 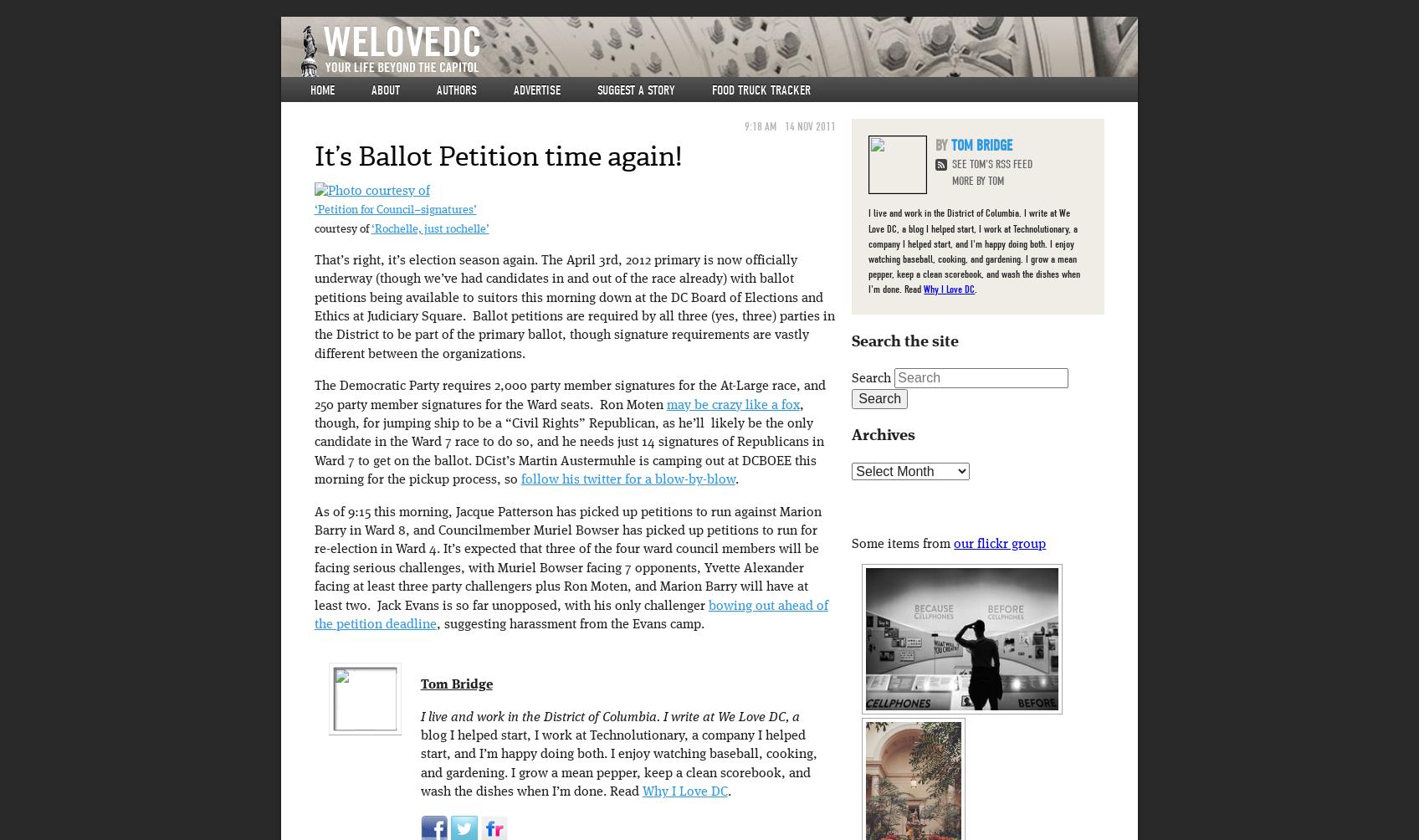 What do you see at coordinates (992, 163) in the screenshot?
I see `'See Tom's RSS Feed'` at bounding box center [992, 163].